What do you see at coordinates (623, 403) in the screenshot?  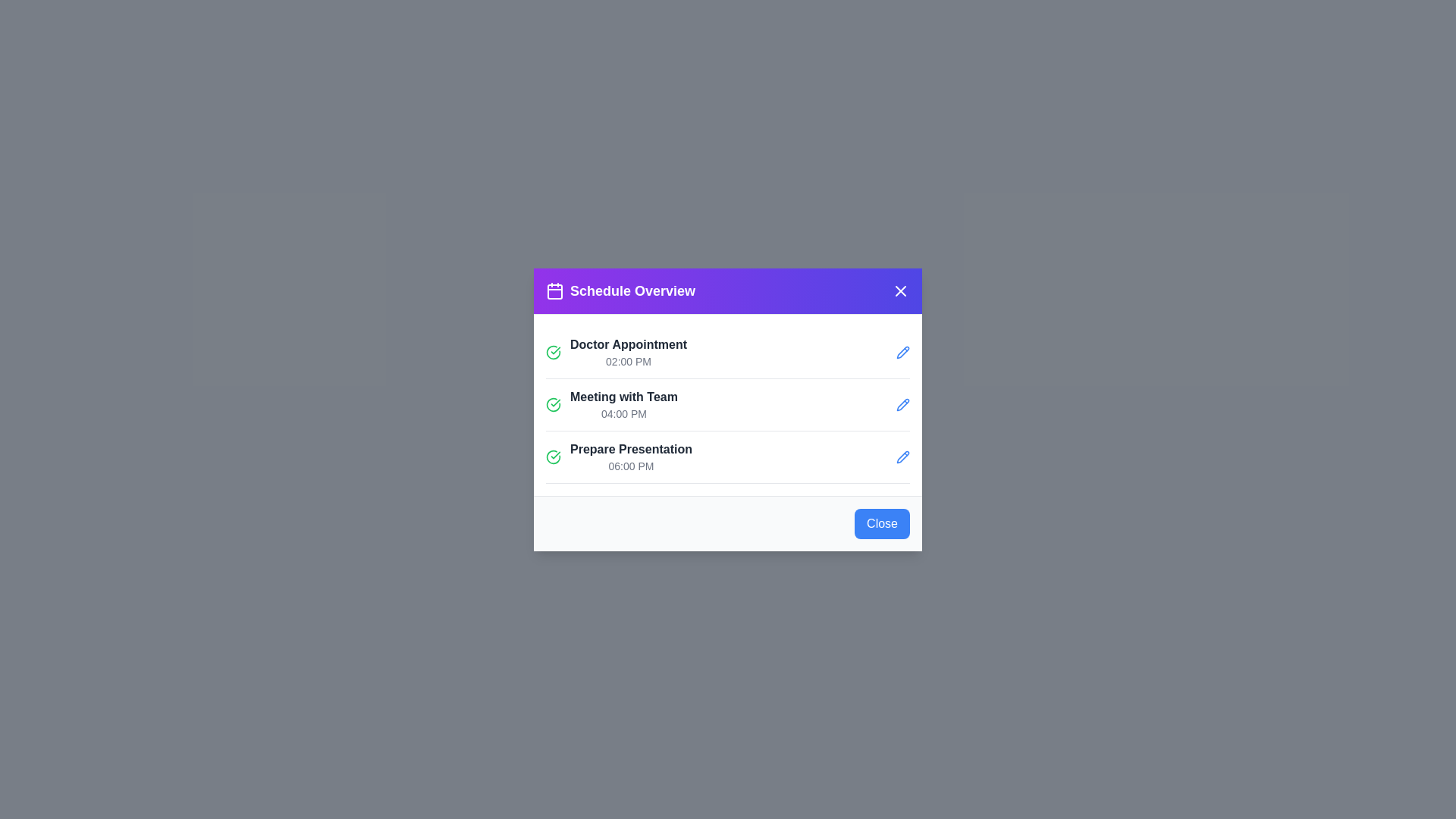 I see `information displayed in the Text Display element showing 'Meeting with Team' and '04:00 PM' which is located between 'Doctor Appointment' and 'Prepare Presentation' in the scheduled tasks list` at bounding box center [623, 403].